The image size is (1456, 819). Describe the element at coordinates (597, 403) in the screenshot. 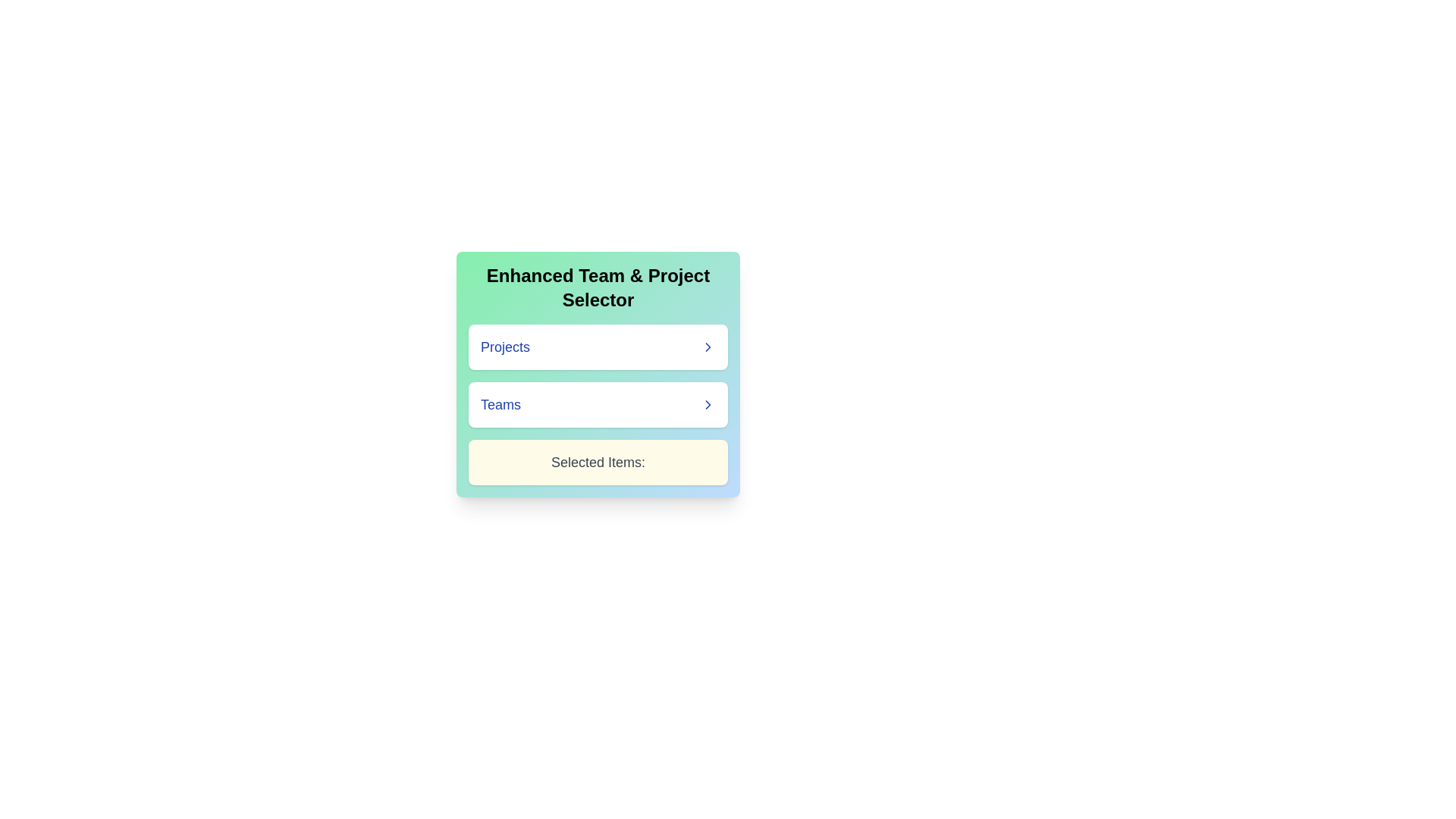

I see `the 'Teams' navigation button` at that location.